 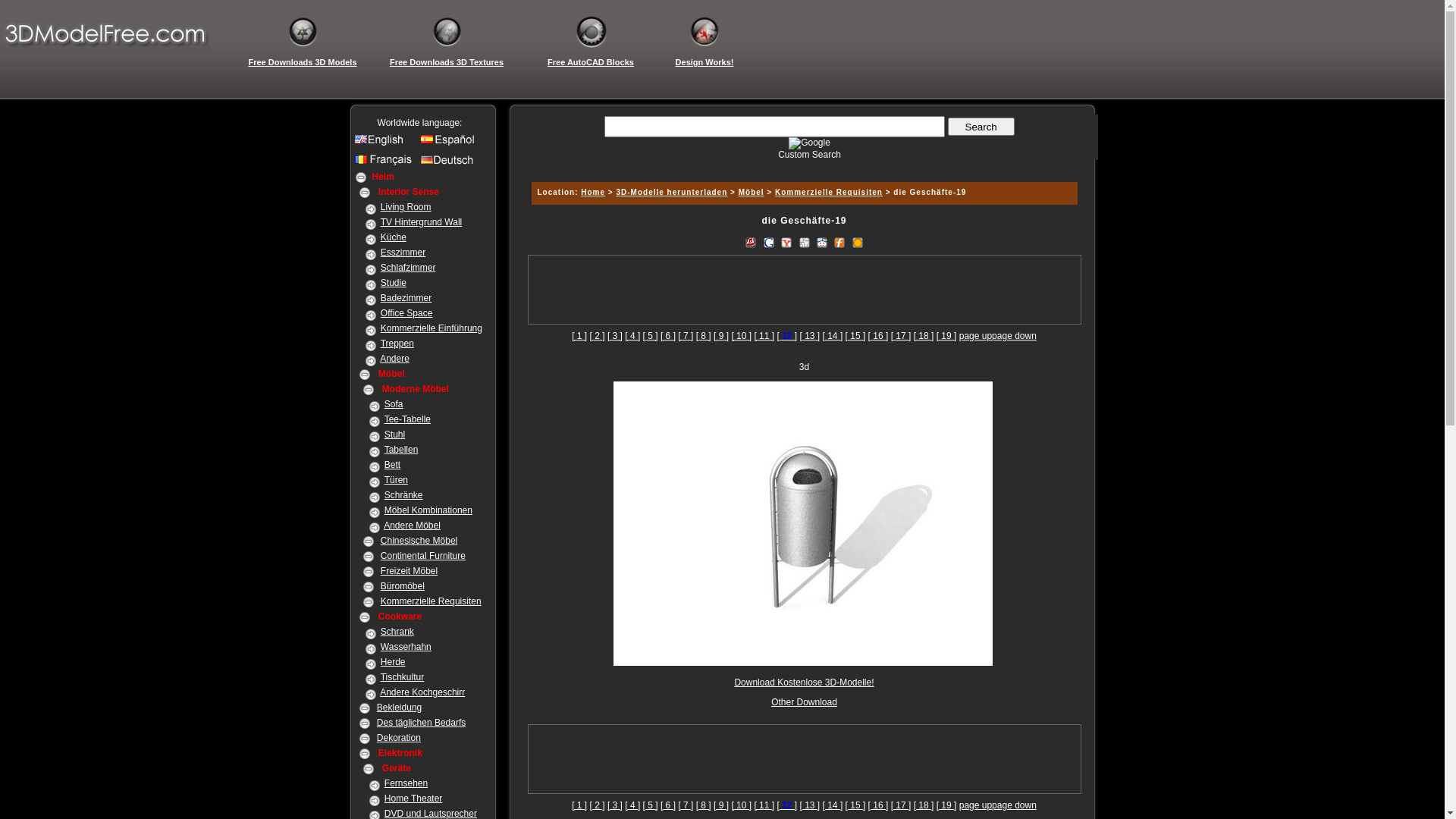 What do you see at coordinates (808, 804) in the screenshot?
I see `'[ 13 ]'` at bounding box center [808, 804].